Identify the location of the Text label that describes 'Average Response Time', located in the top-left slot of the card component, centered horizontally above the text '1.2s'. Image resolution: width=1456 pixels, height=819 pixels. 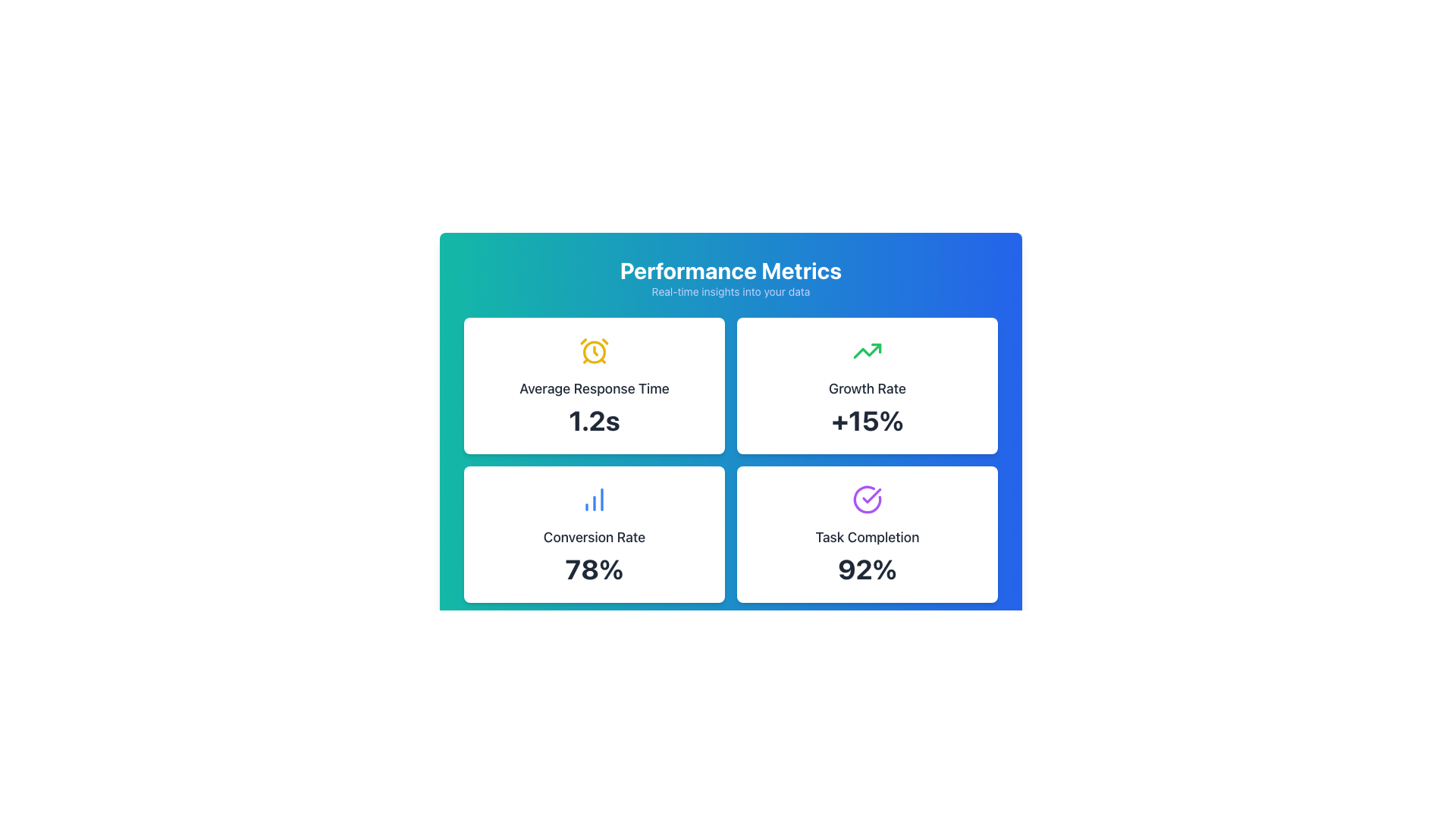
(593, 388).